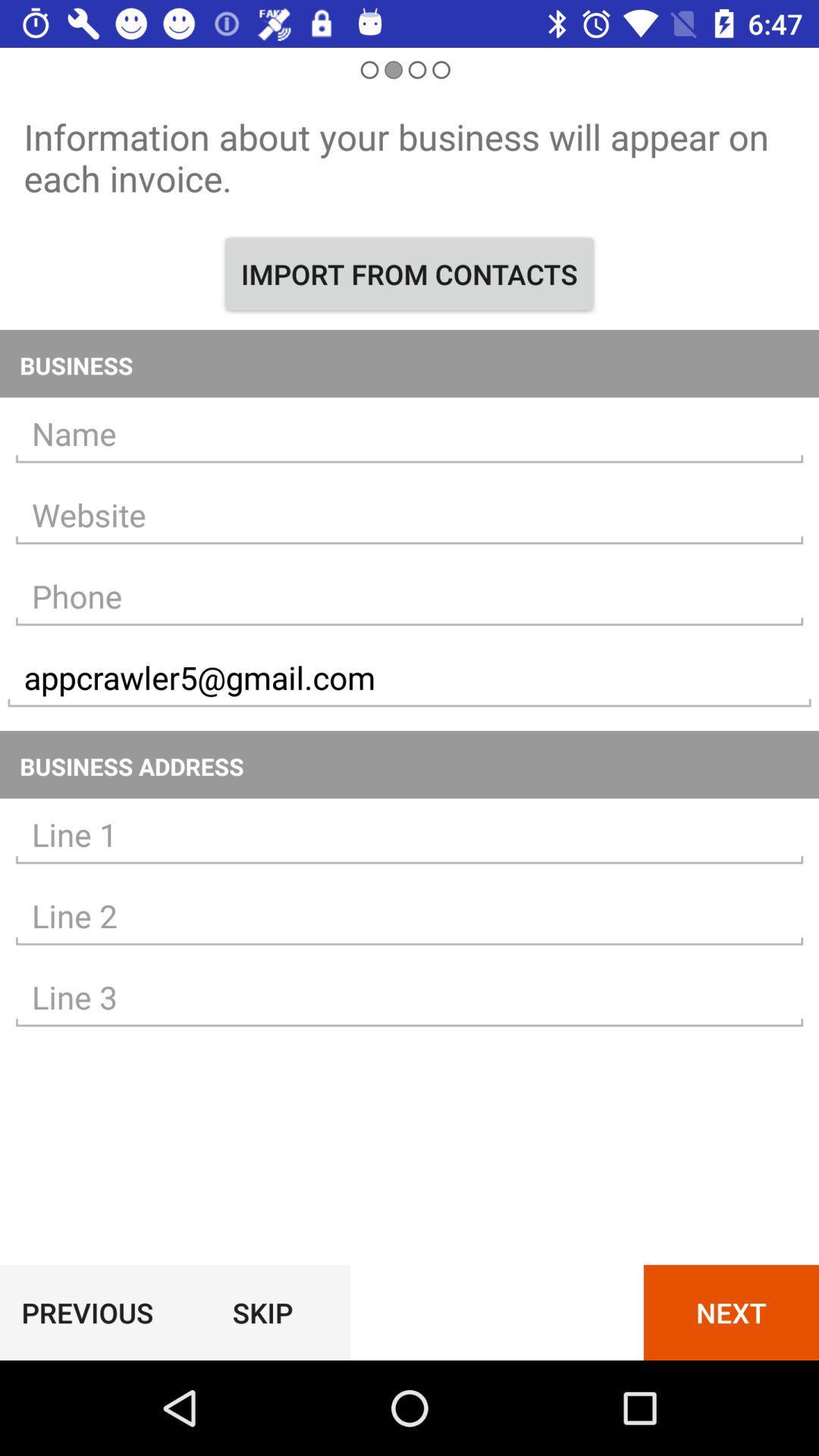 The width and height of the screenshot is (819, 1456). What do you see at coordinates (409, 997) in the screenshot?
I see `the icon above the previous` at bounding box center [409, 997].